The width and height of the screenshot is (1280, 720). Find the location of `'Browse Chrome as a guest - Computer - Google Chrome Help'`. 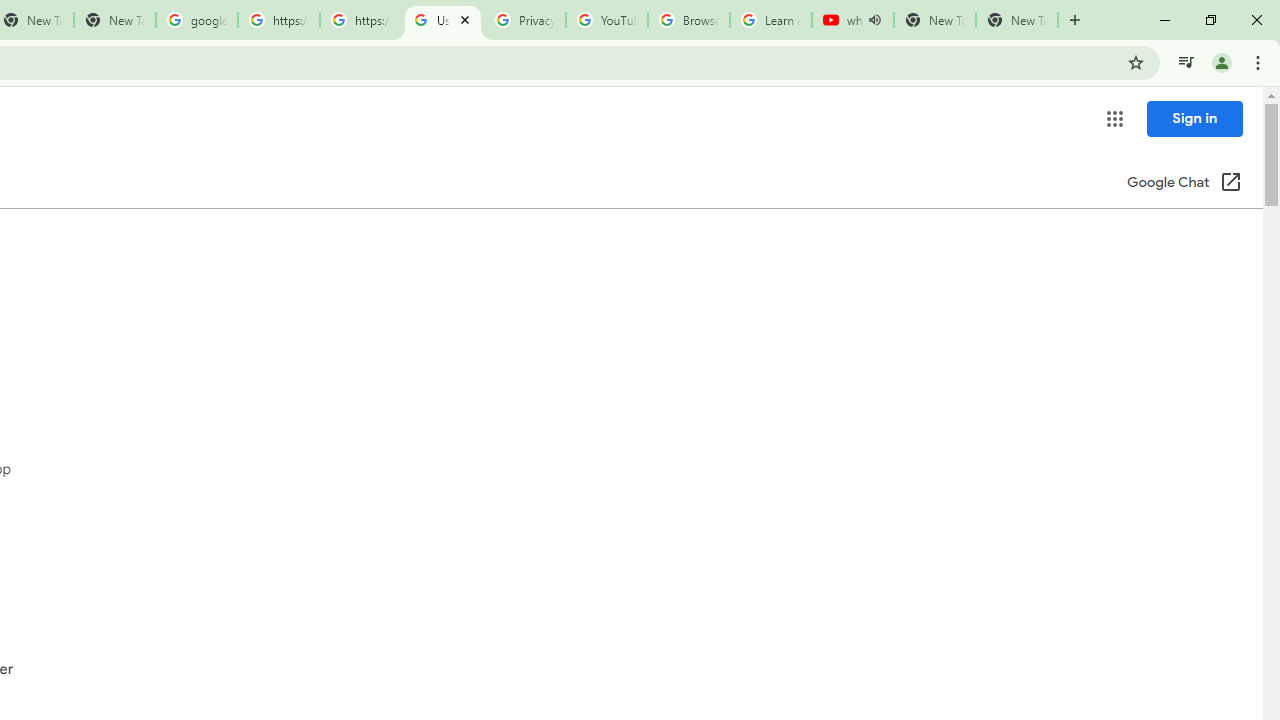

'Browse Chrome as a guest - Computer - Google Chrome Help' is located at coordinates (688, 20).